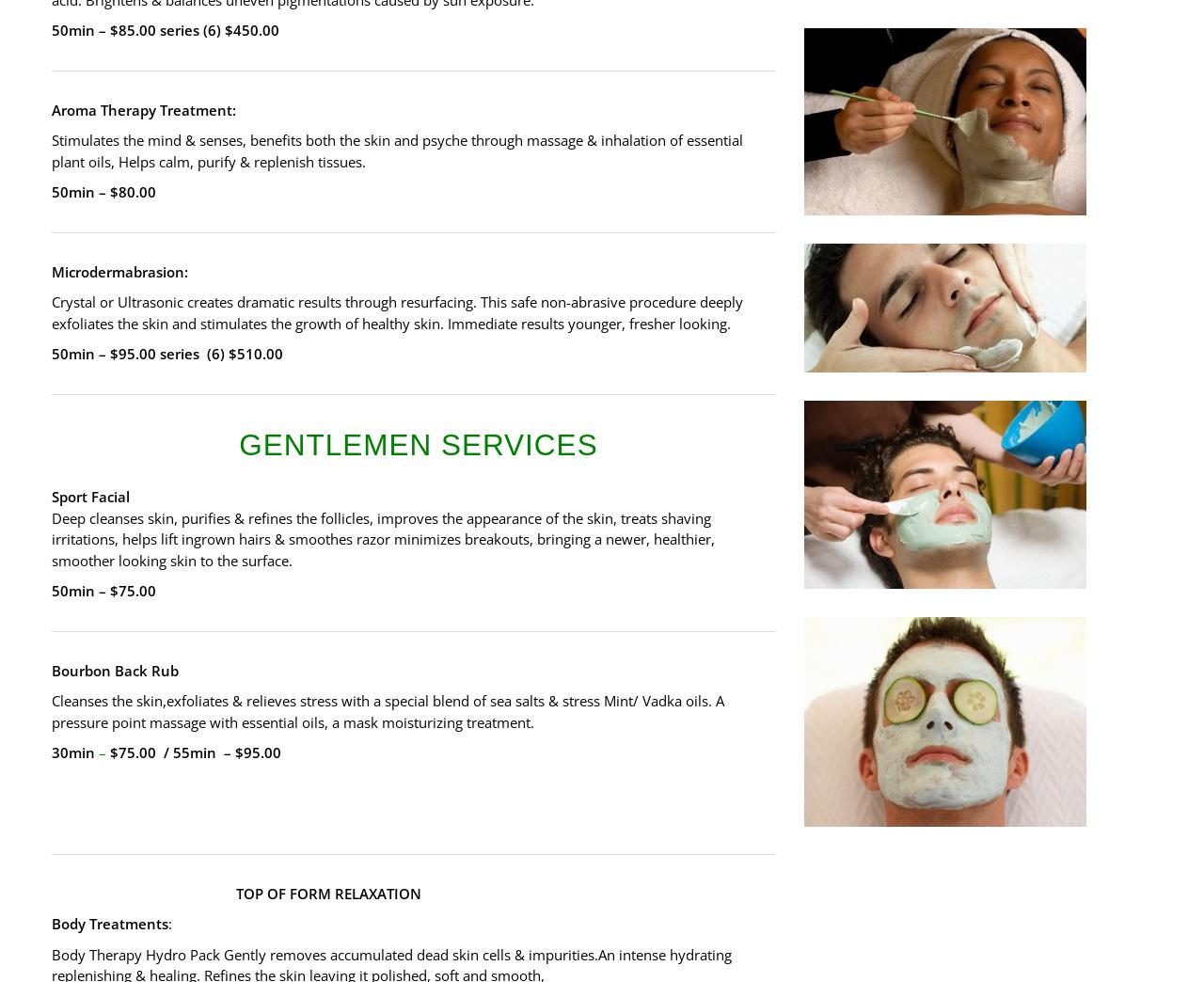 The image size is (1204, 982). Describe the element at coordinates (169, 923) in the screenshot. I see `':'` at that location.